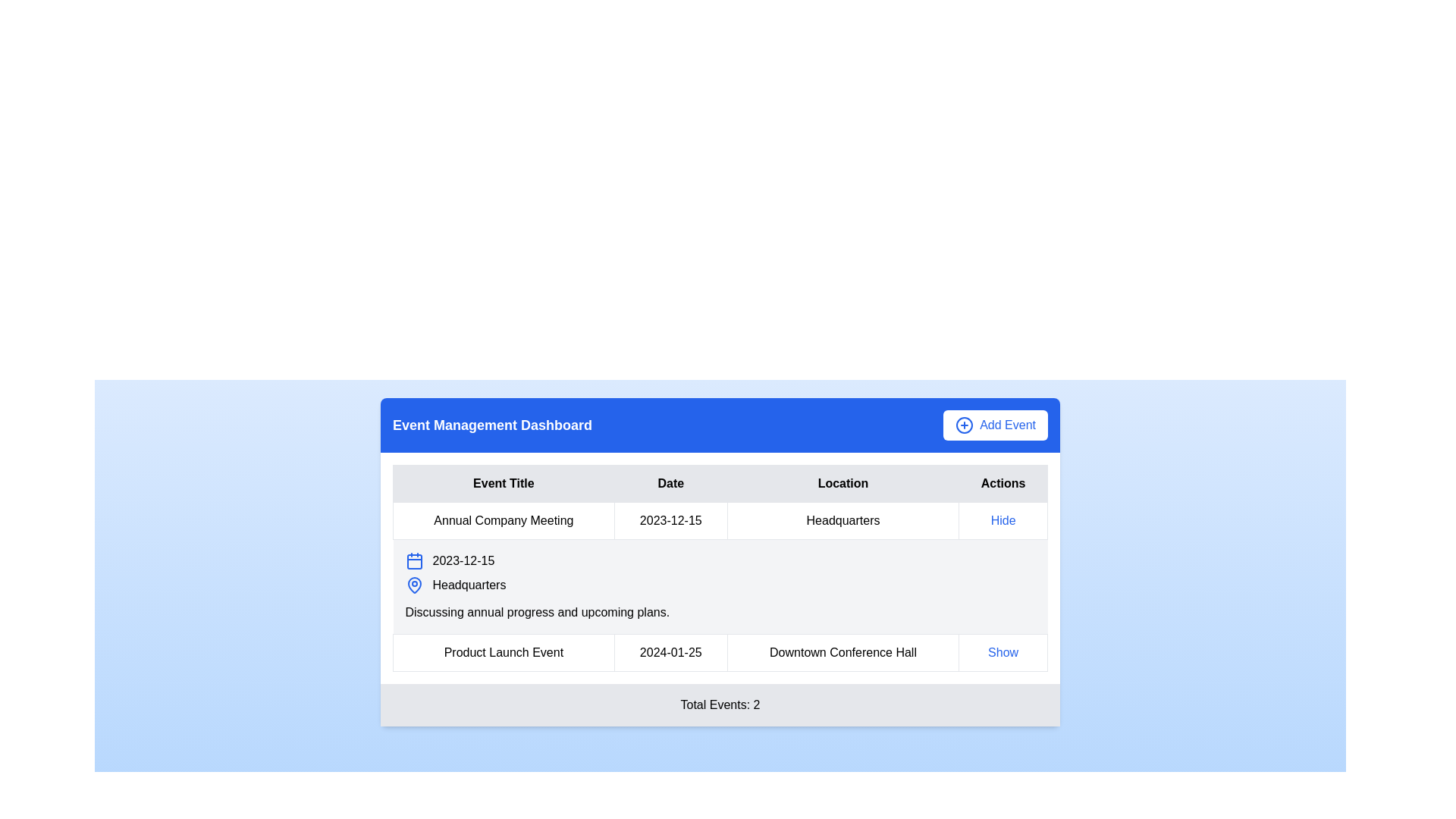  What do you see at coordinates (414, 584) in the screenshot?
I see `the location icon next to the text 'Headquarters'` at bounding box center [414, 584].